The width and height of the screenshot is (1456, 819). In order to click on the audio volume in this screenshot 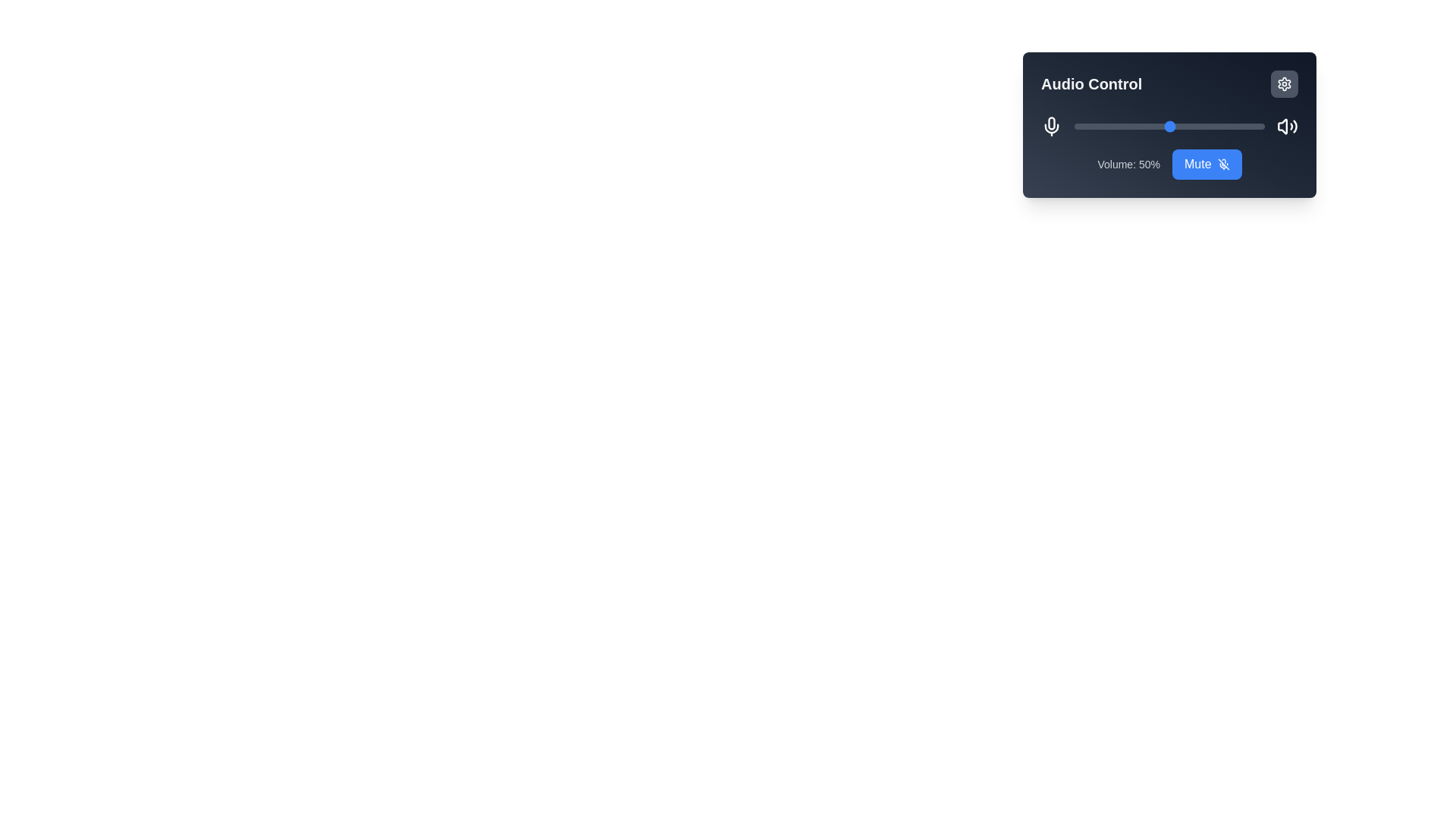, I will do `click(1263, 125)`.